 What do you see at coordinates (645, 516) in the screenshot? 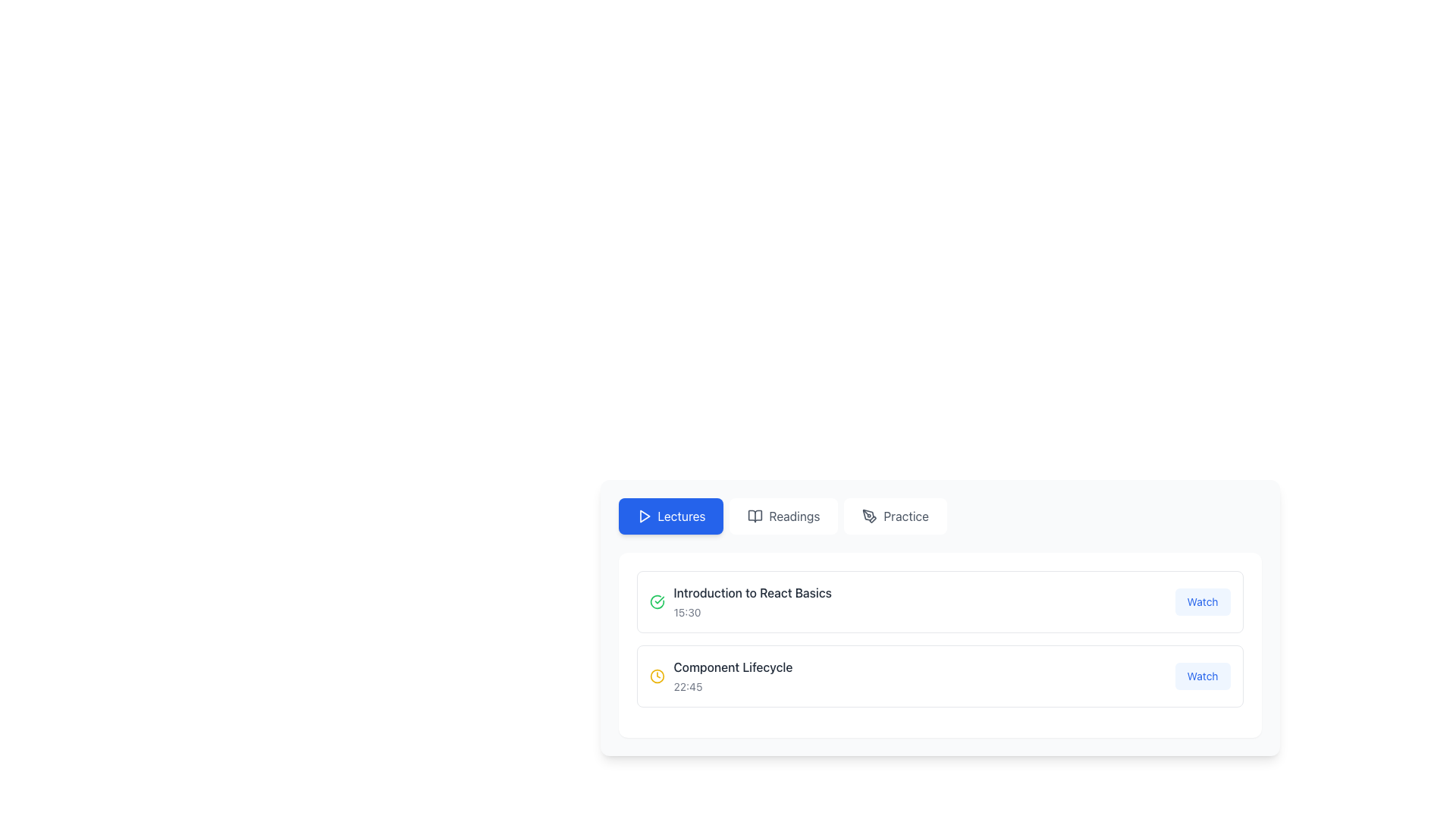
I see `the triangular play icon with a blue background and white outline located in the top-left corner of the Lectures button in the navigation bar` at bounding box center [645, 516].